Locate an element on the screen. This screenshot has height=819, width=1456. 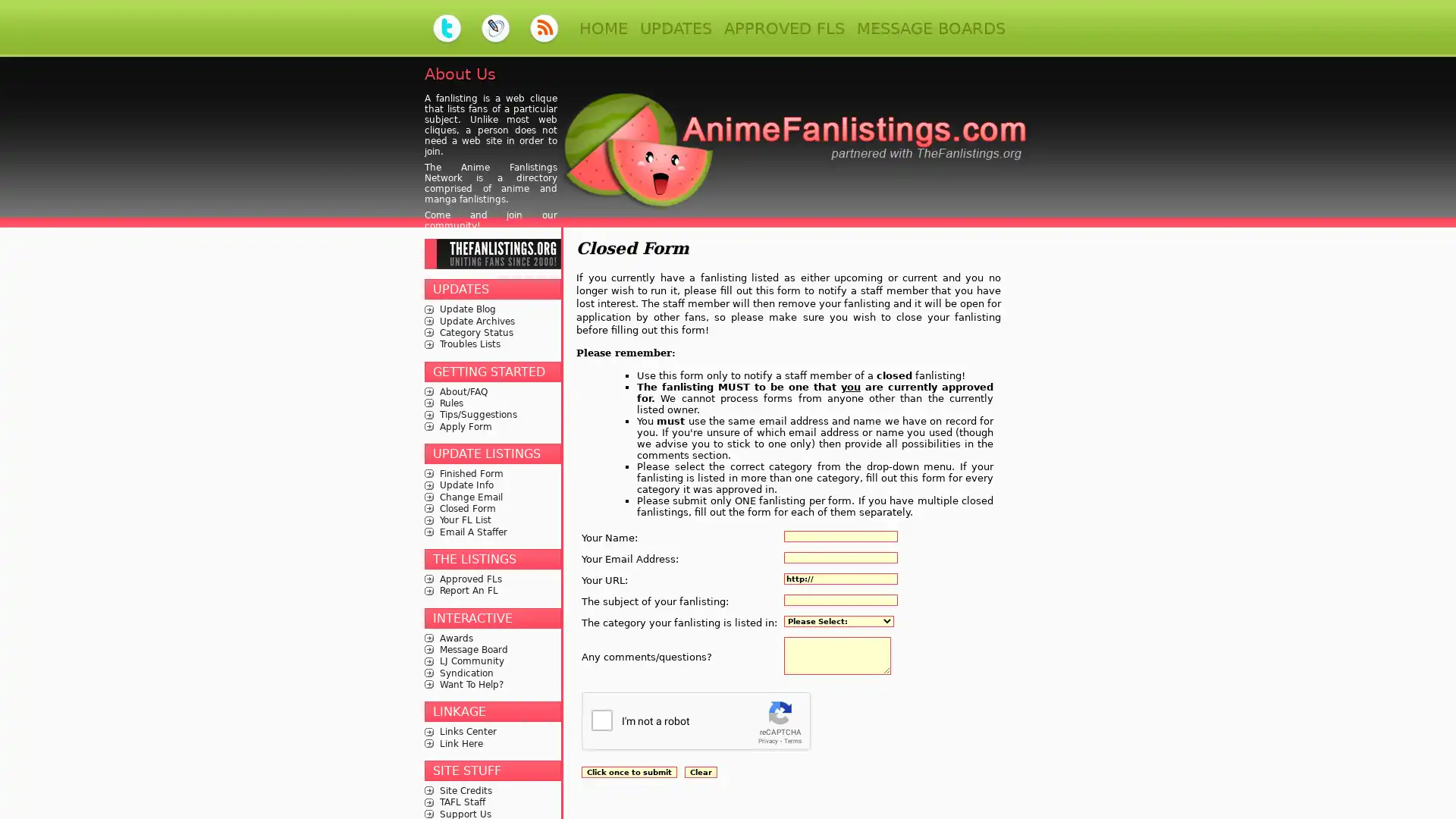
Click once to submit is located at coordinates (629, 771).